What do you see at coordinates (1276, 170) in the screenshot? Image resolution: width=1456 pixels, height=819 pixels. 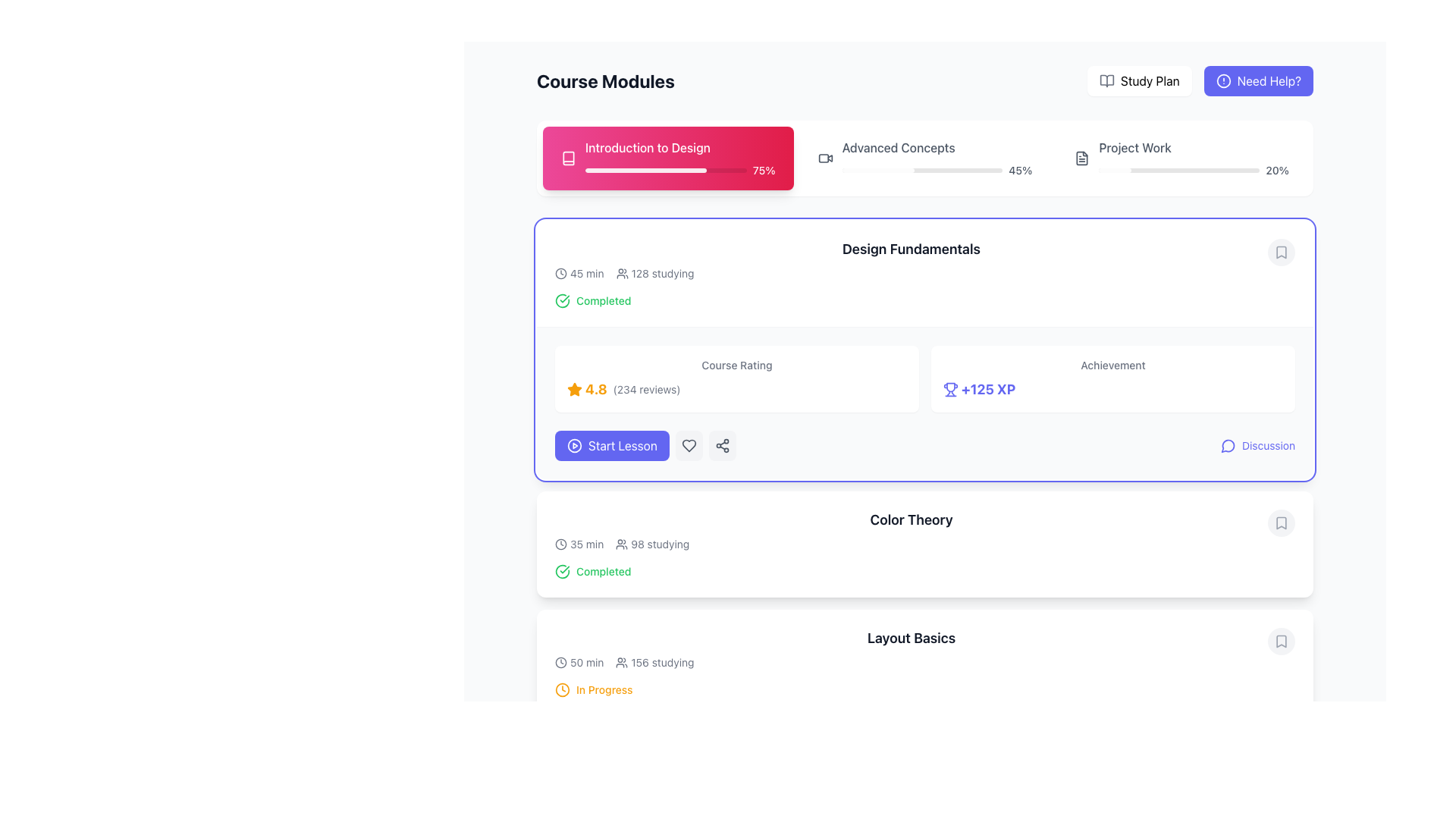 I see `text content of the progress percentage label located on the right side of the third progress bar under the 'Project Work' header` at bounding box center [1276, 170].